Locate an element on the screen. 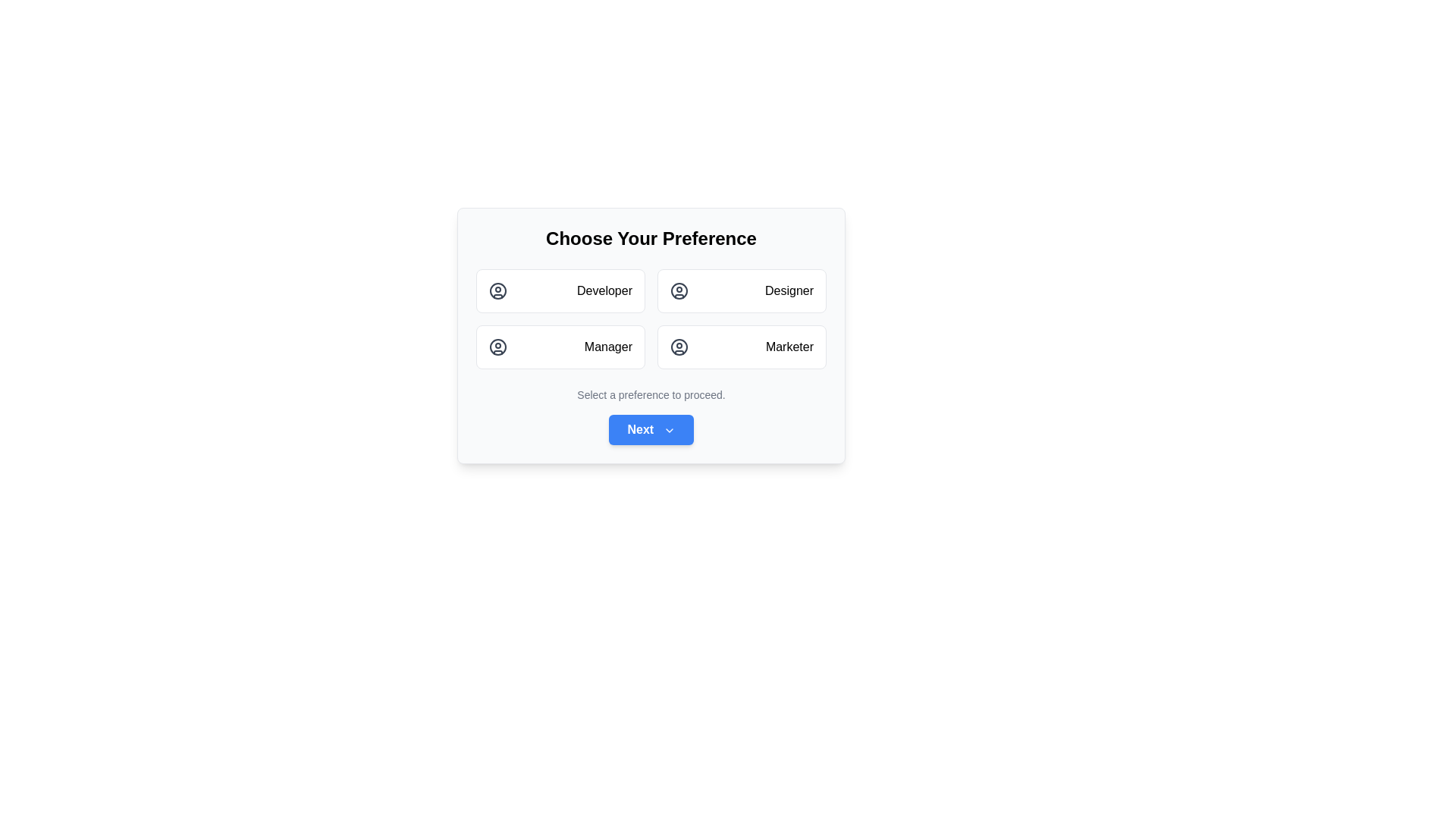  the 'Developer' button located in the top-left of a four-button grid layout is located at coordinates (560, 291).